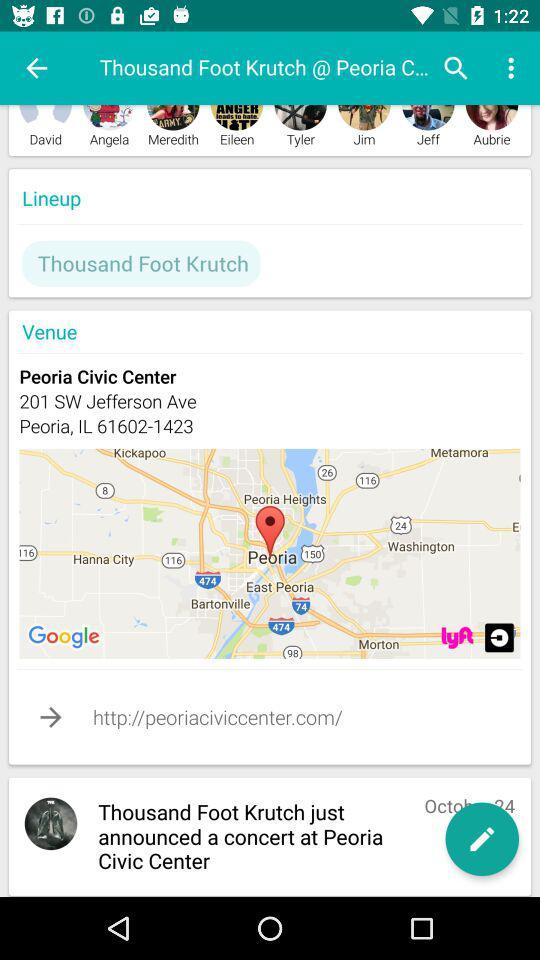 This screenshot has height=960, width=540. I want to click on location, so click(498, 636).